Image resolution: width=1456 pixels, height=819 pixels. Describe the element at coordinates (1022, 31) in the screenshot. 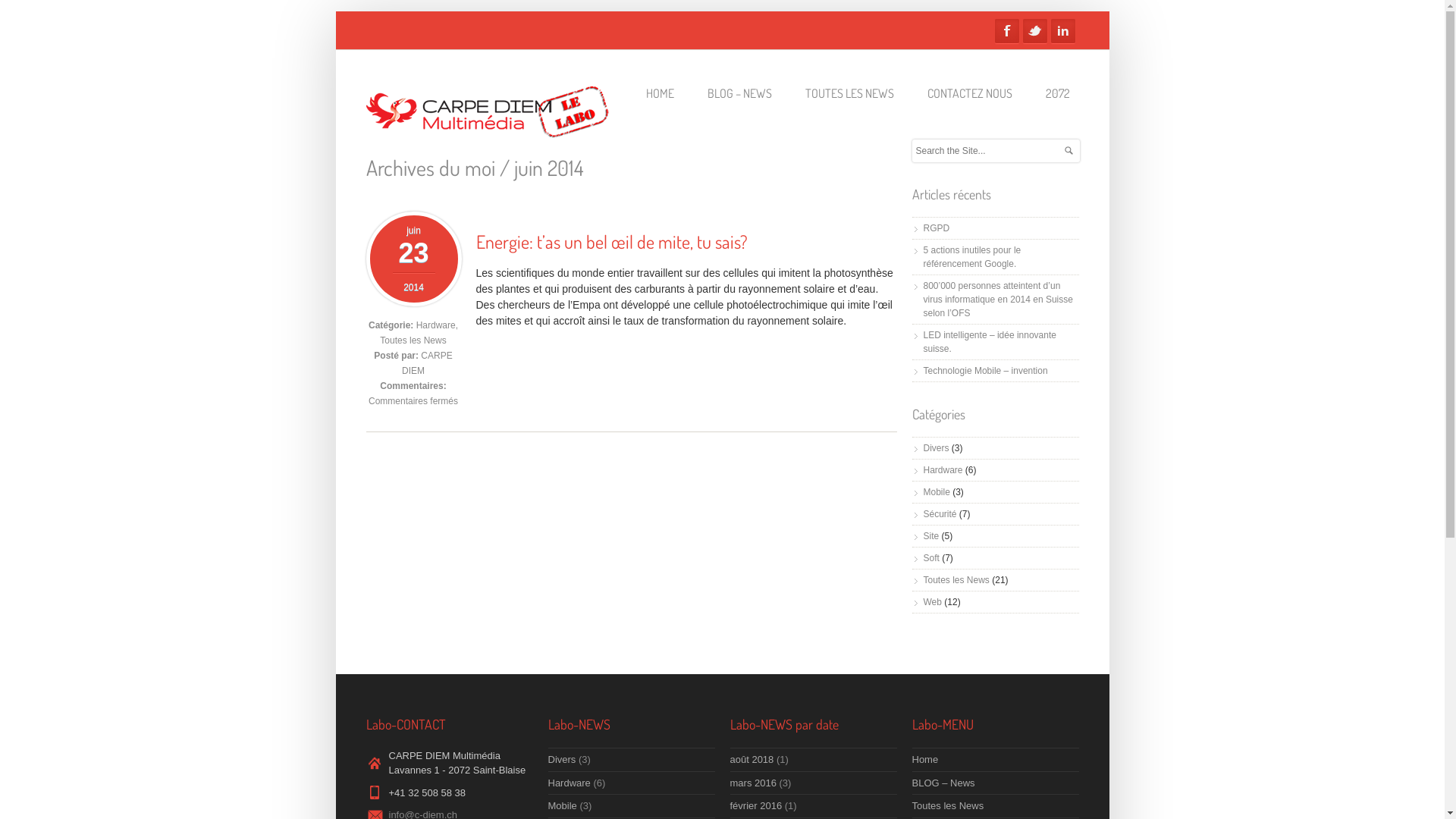

I see `'Twitter'` at that location.